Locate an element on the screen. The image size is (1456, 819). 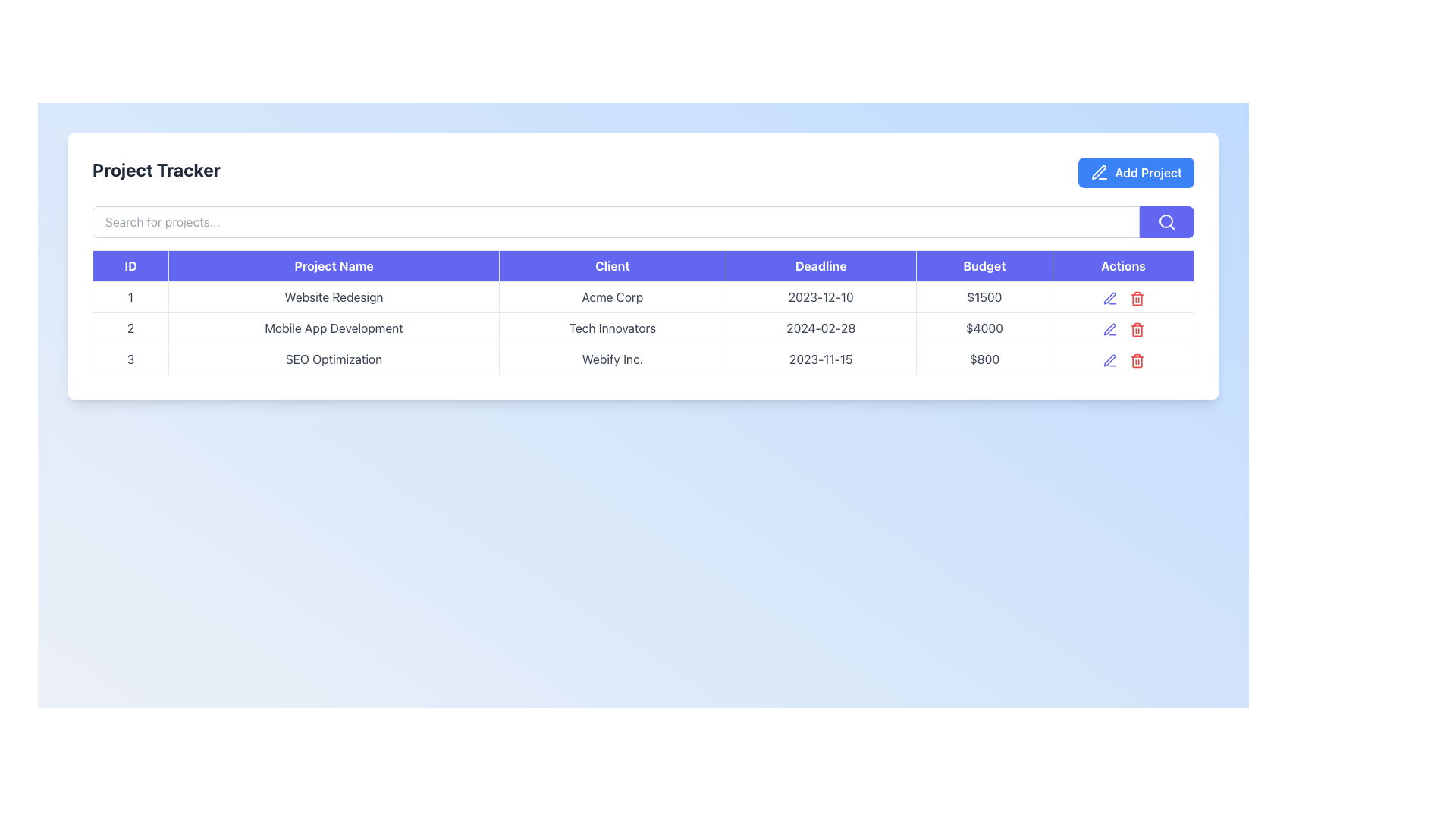
the Text Display Element that shows the deadline date for the 'Mobile App Development' project located in the 'Deadline' column of the second row in the table is located at coordinates (820, 327).